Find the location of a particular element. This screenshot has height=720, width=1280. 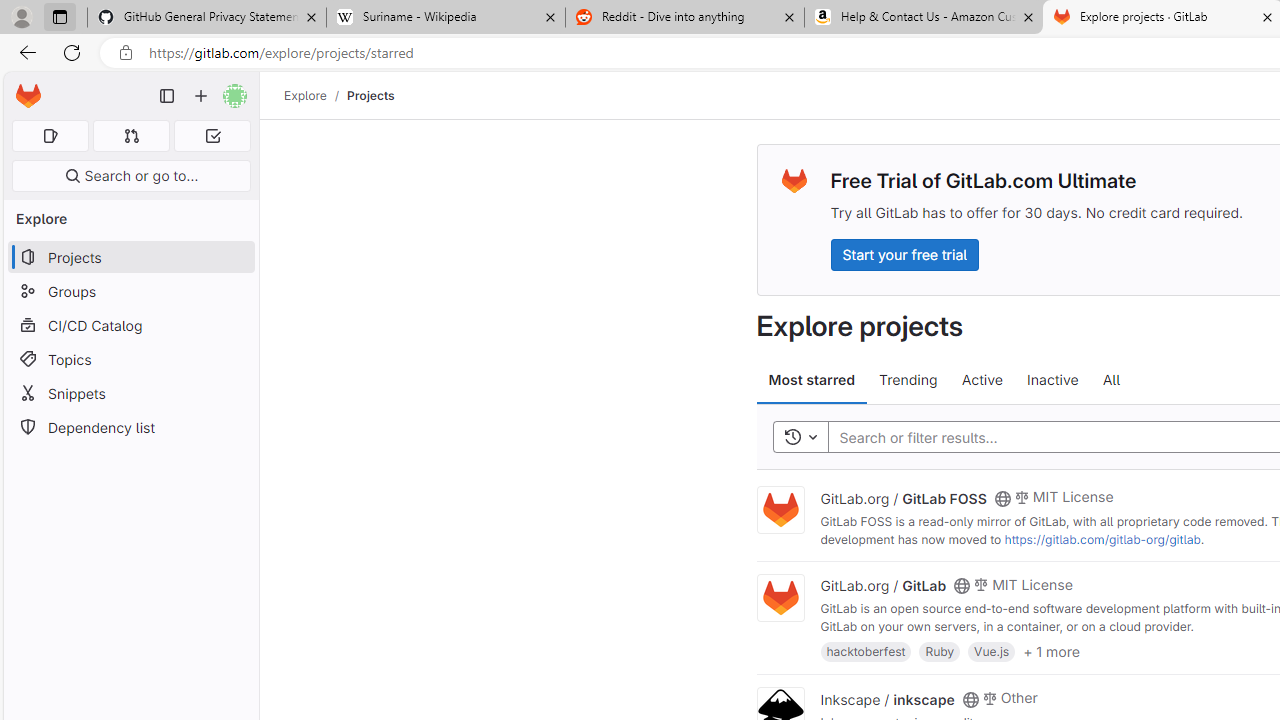

'Class: s16' is located at coordinates (970, 698).